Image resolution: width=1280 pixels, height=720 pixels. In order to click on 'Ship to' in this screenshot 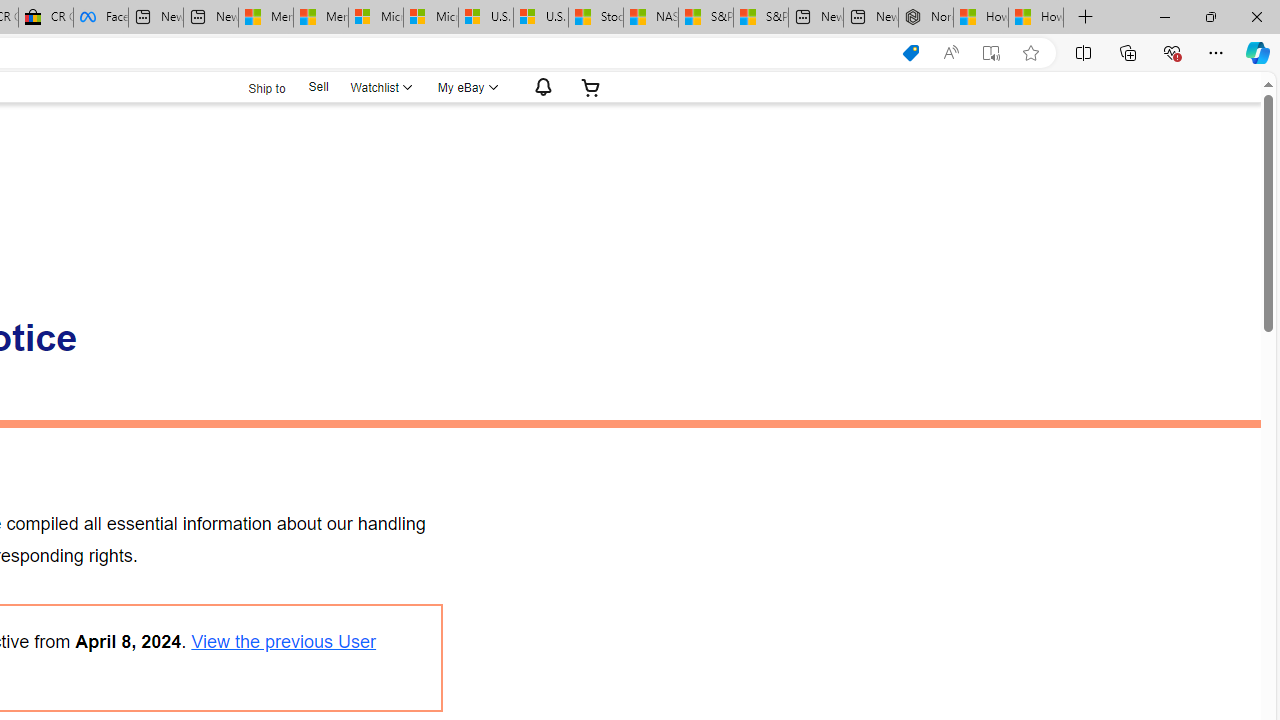, I will do `click(253, 85)`.